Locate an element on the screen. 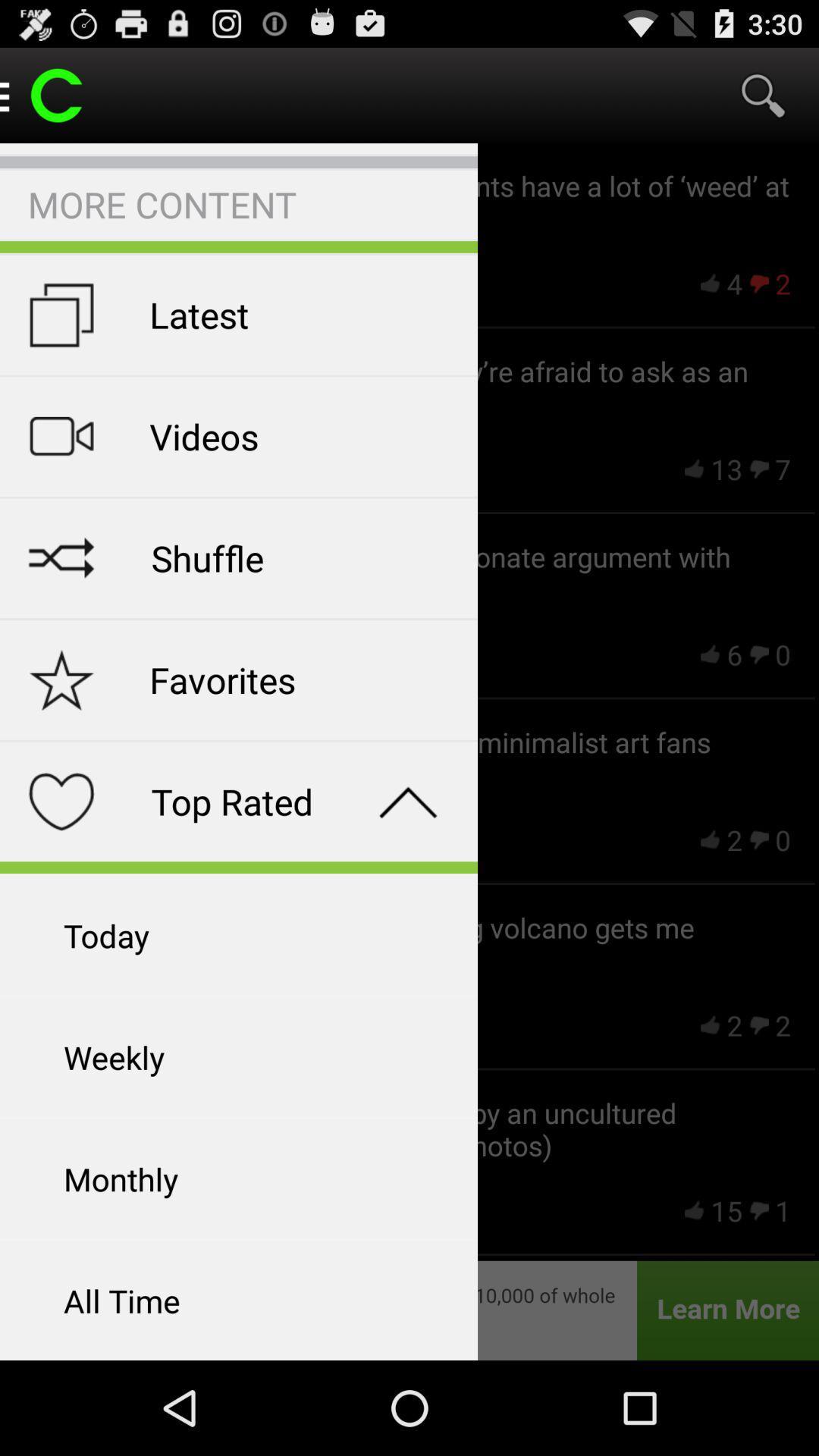  the red coloured dislike button on the top right hand side is located at coordinates (759, 284).